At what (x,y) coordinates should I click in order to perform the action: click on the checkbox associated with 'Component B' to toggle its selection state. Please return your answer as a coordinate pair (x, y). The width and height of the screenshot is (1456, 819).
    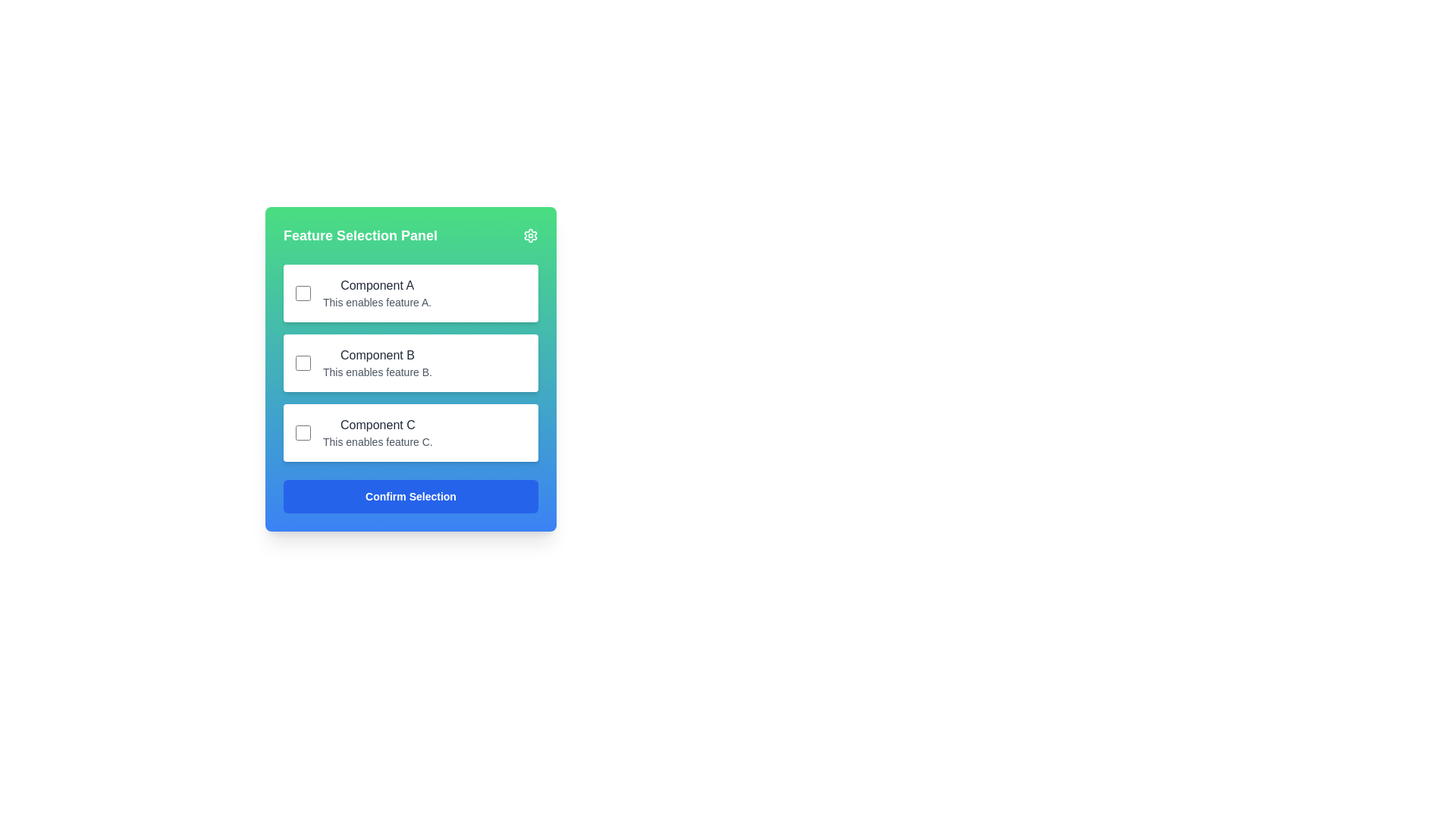
    Looking at the image, I should click on (303, 362).